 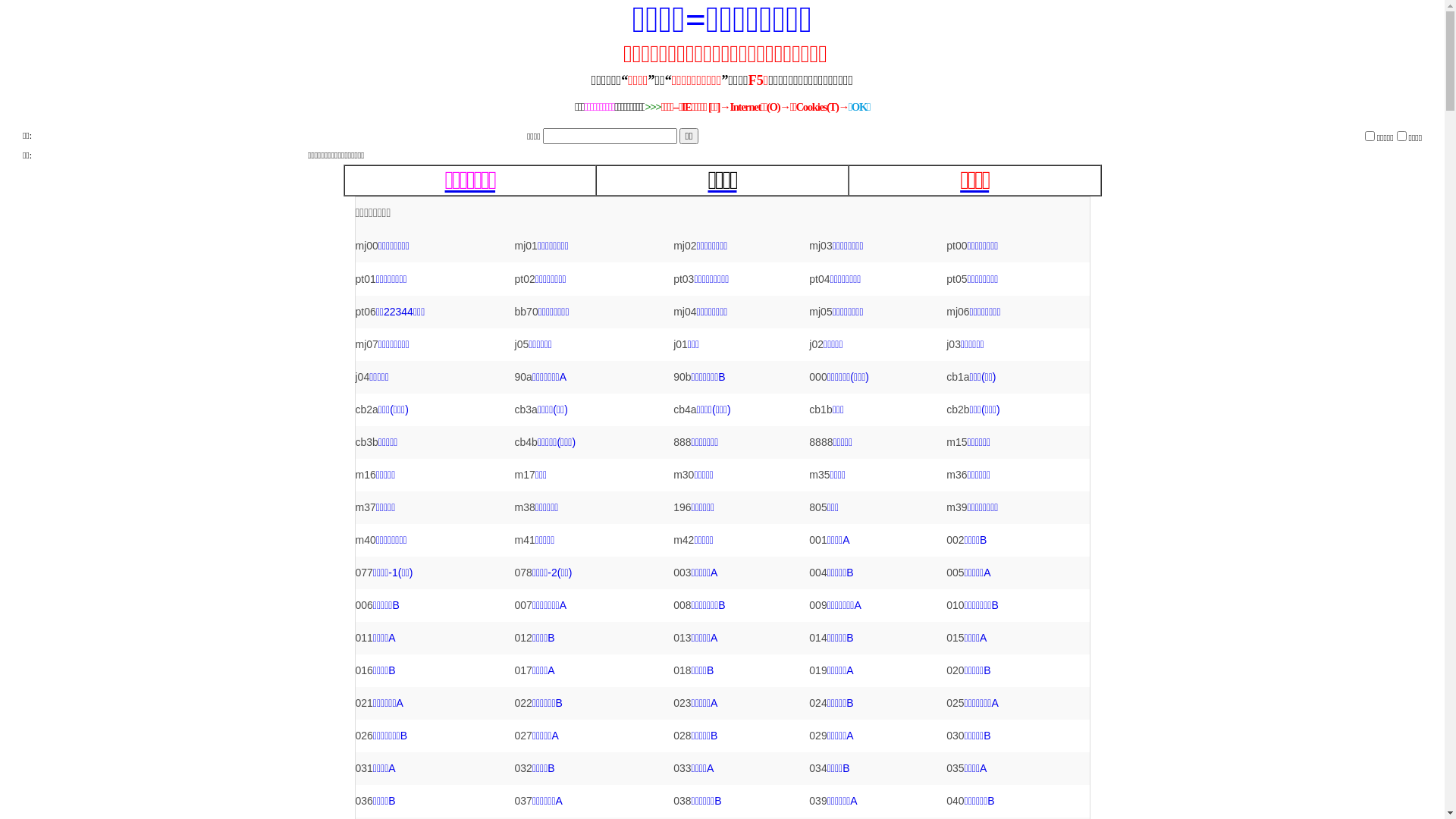 I want to click on 'm38', so click(x=514, y=507).